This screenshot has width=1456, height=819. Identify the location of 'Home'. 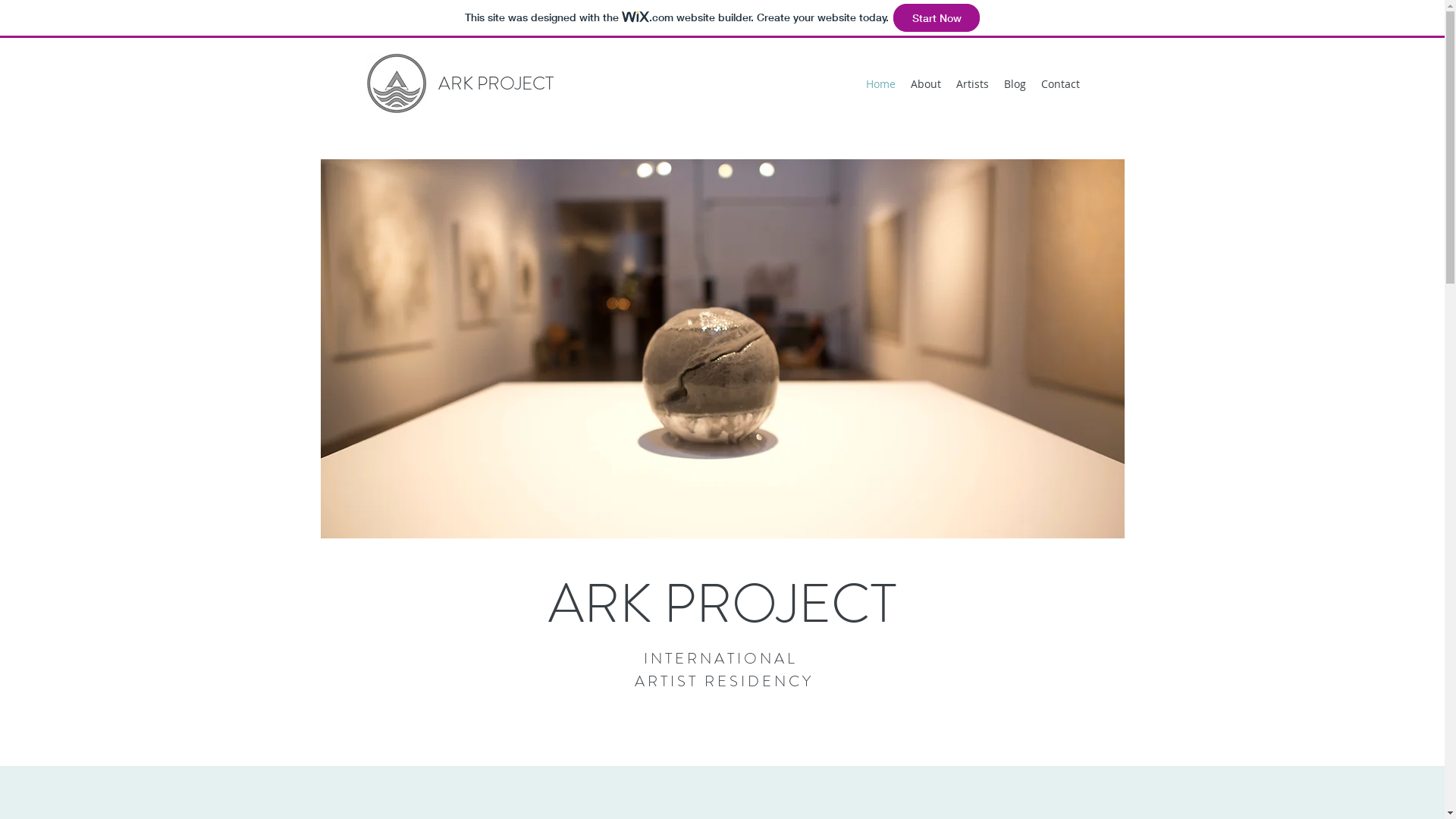
(880, 84).